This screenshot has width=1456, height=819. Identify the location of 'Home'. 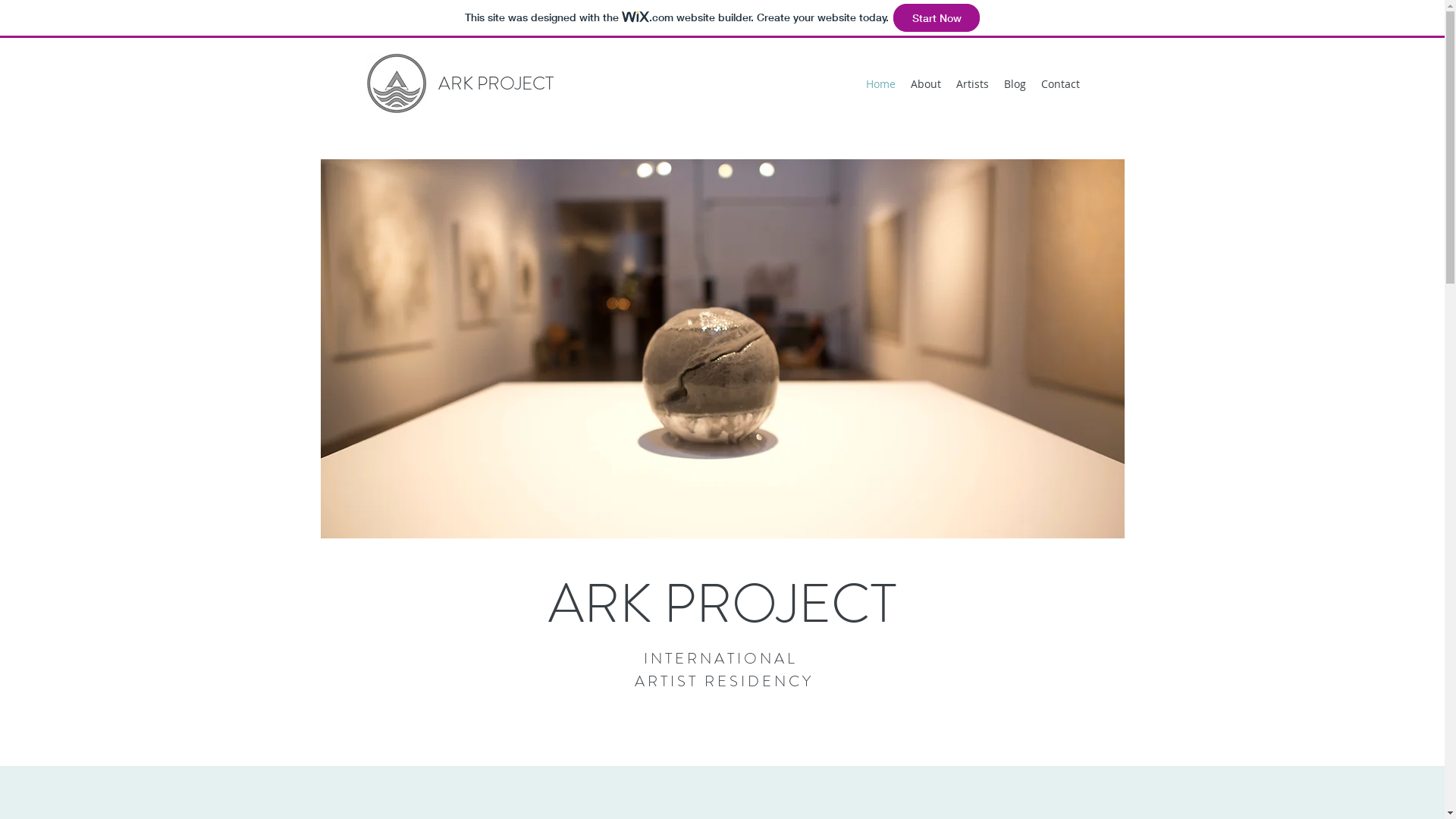
(880, 84).